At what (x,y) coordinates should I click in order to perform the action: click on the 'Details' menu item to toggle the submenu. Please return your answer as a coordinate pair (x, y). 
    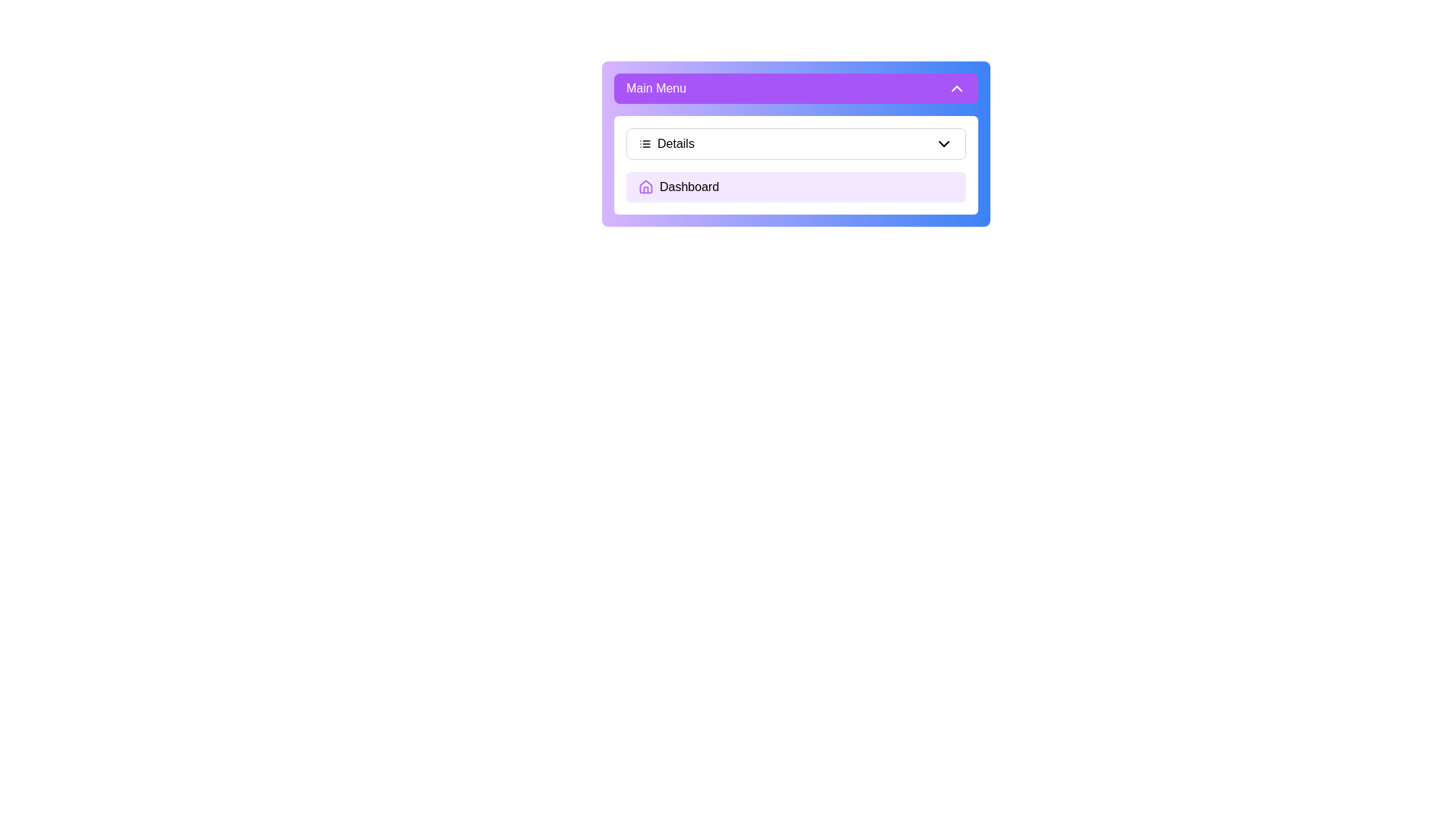
    Looking at the image, I should click on (795, 143).